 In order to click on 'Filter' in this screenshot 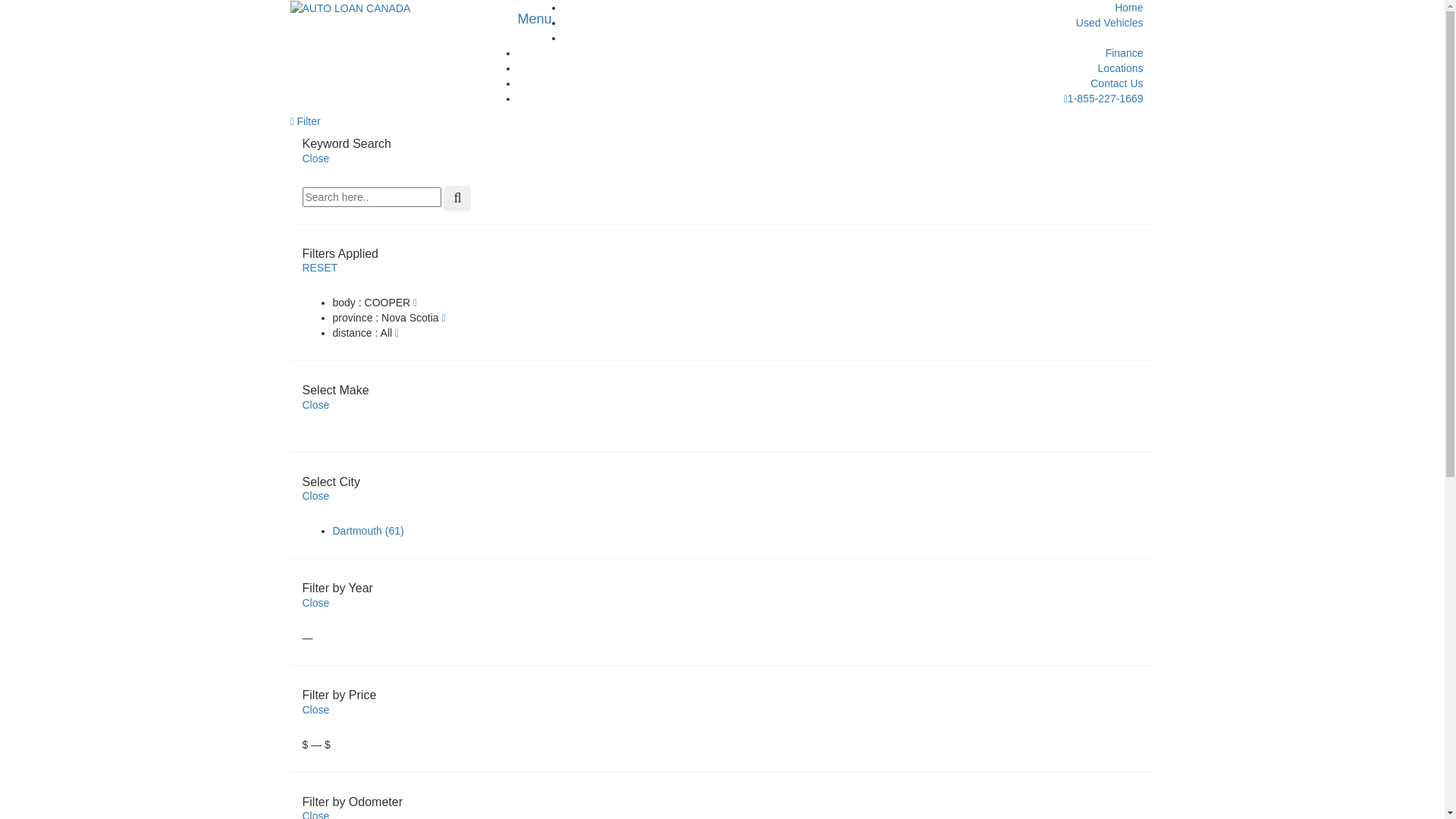, I will do `click(304, 120)`.